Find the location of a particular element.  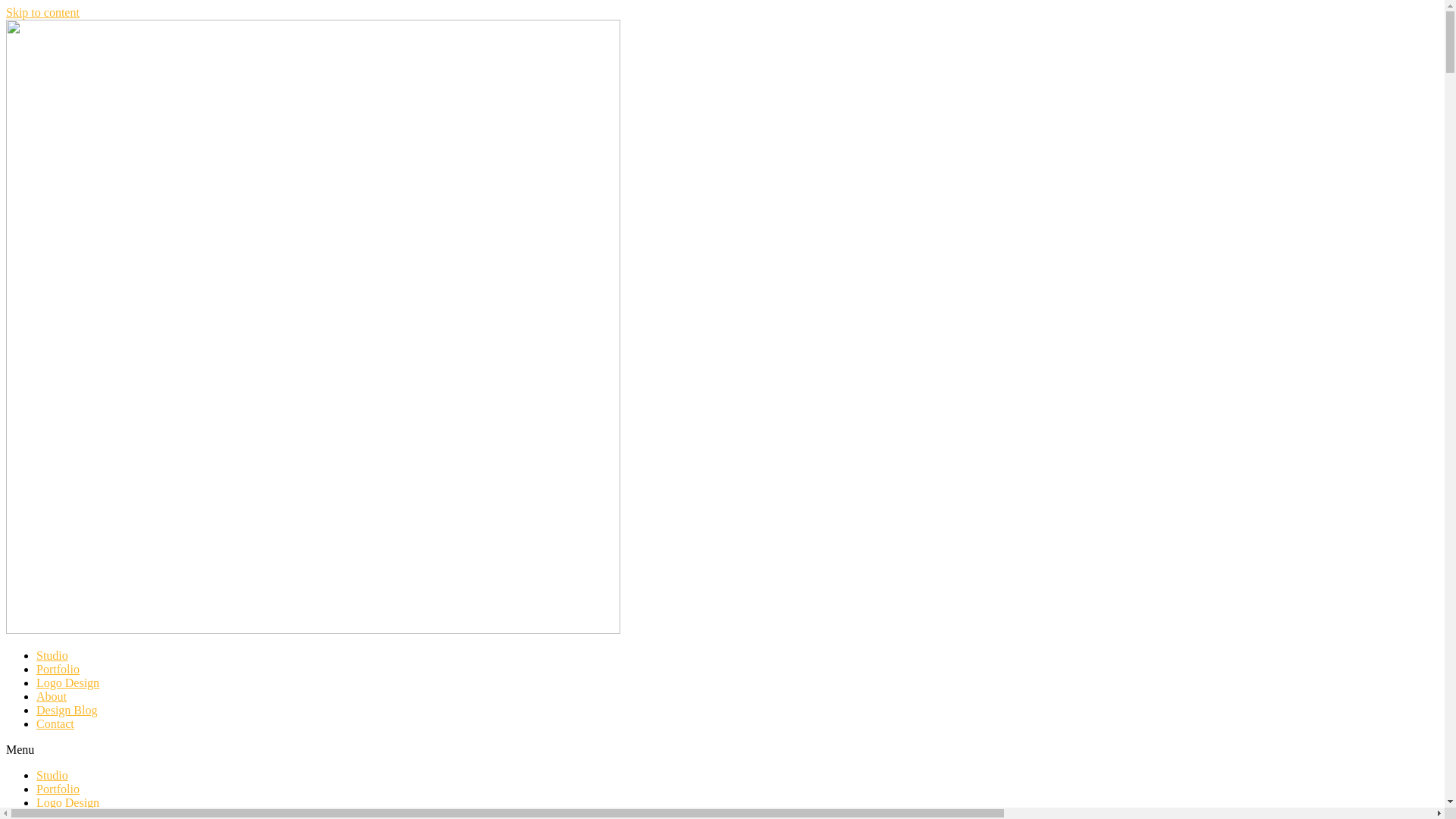

'Portfolio' is located at coordinates (58, 788).